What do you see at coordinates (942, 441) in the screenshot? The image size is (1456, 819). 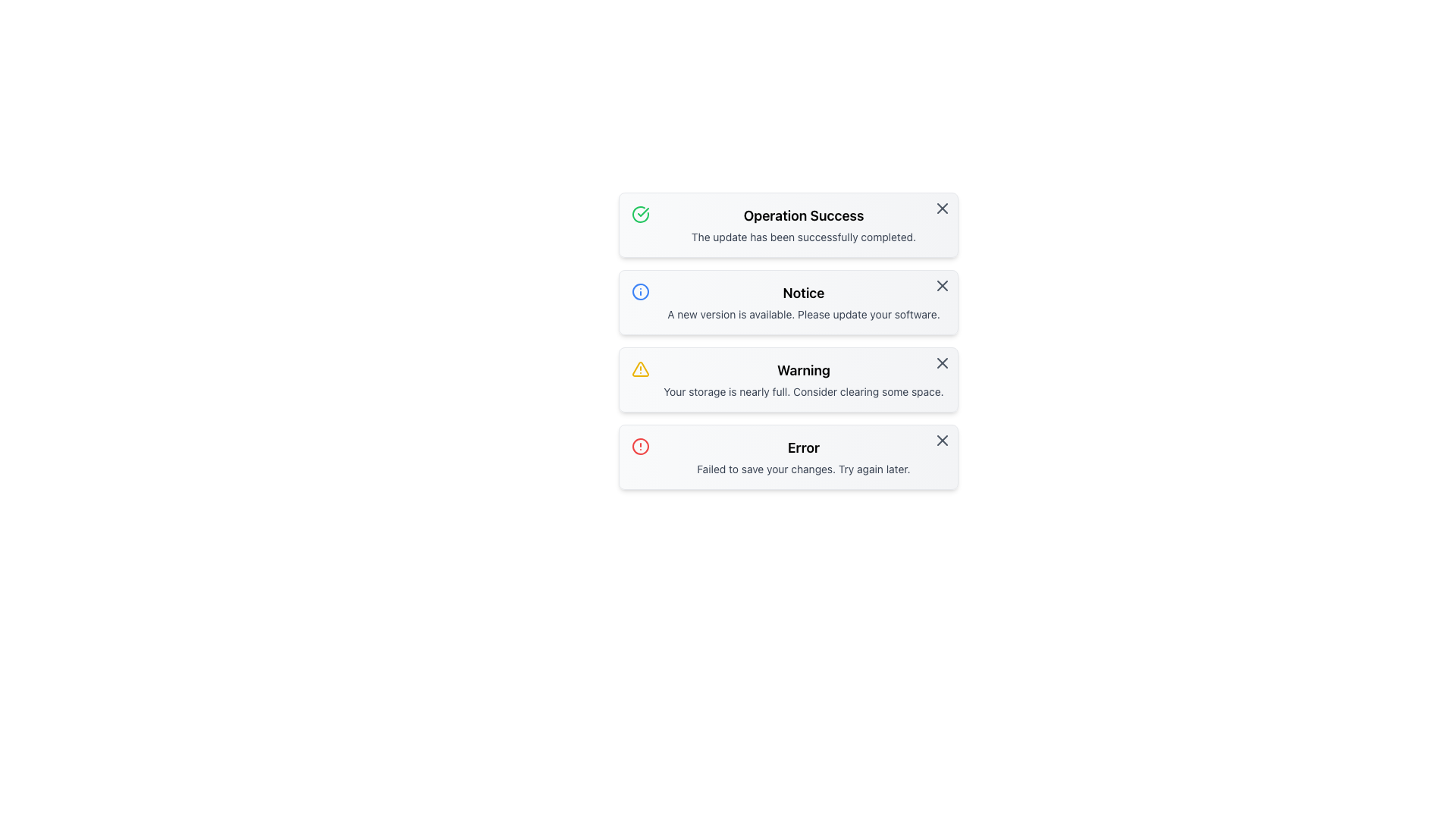 I see `the central diagonal line of the close icon within the 'Error' notification card located in the top-right corner of the card` at bounding box center [942, 441].